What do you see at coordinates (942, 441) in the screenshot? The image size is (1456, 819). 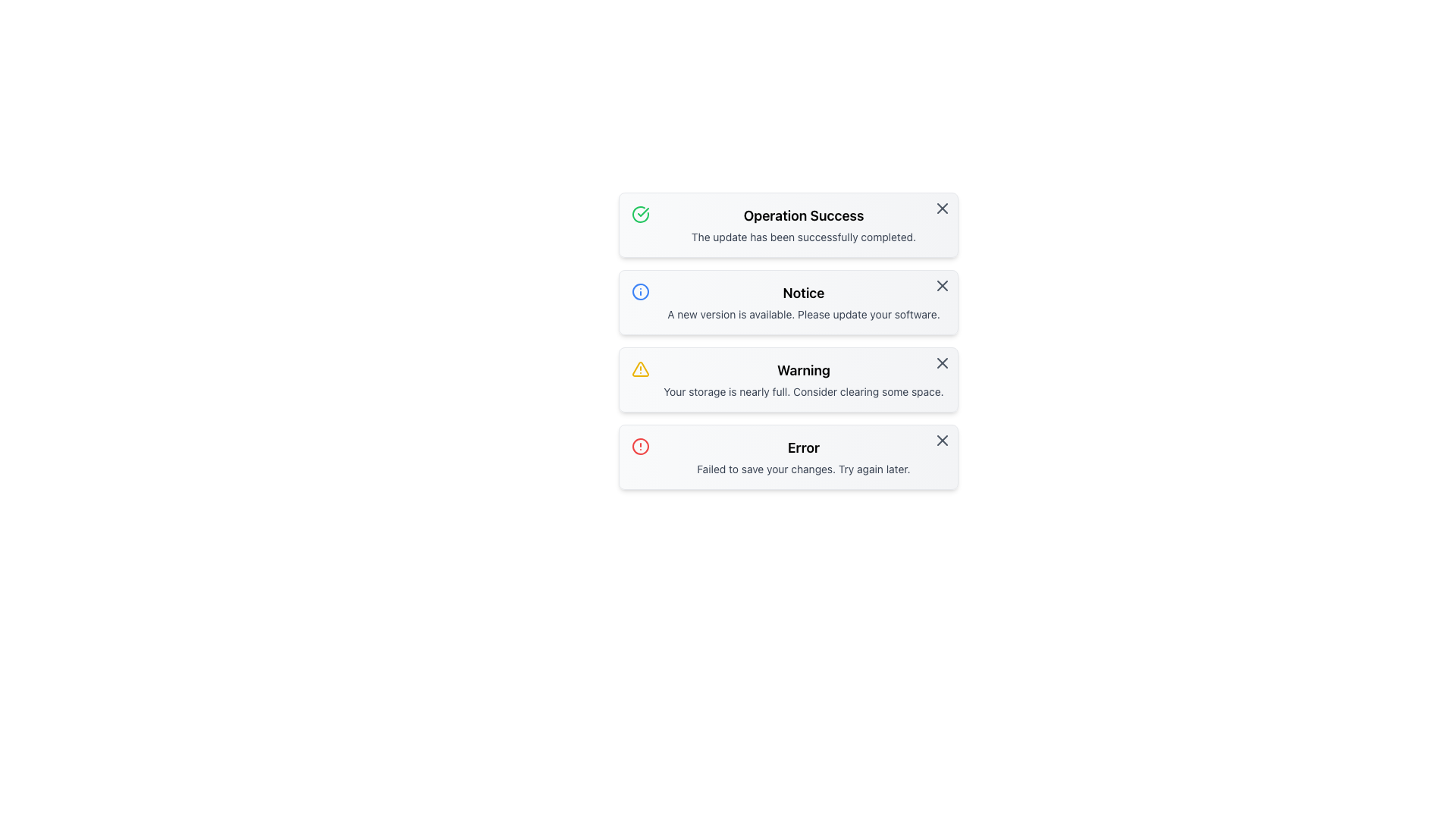 I see `the central diagonal line of the close icon within the 'Error' notification card located in the top-right corner of the card` at bounding box center [942, 441].